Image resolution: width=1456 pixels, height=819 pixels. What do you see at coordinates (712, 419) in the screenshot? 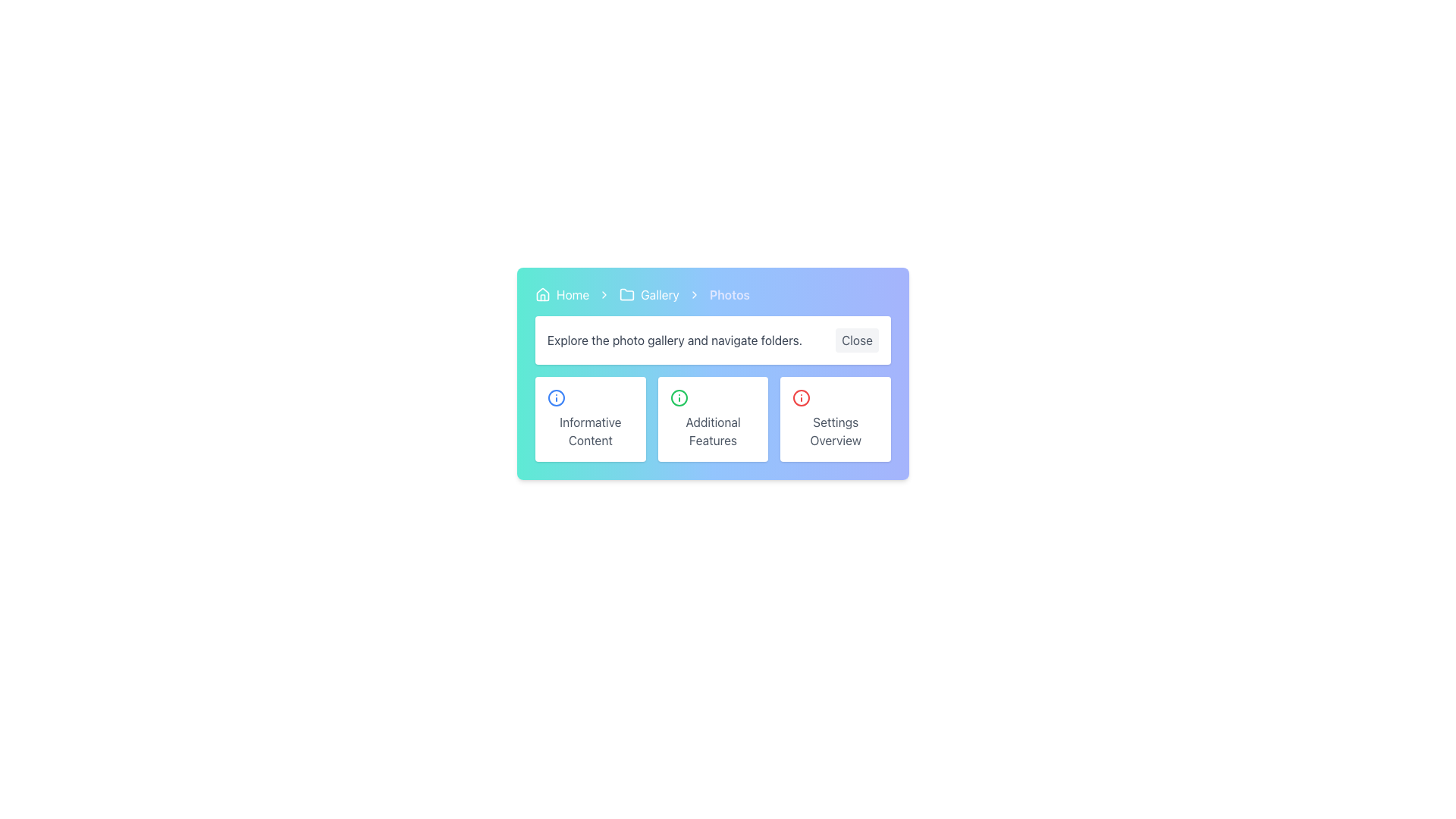
I see `the second card-style informational component in the three-column grid` at bounding box center [712, 419].